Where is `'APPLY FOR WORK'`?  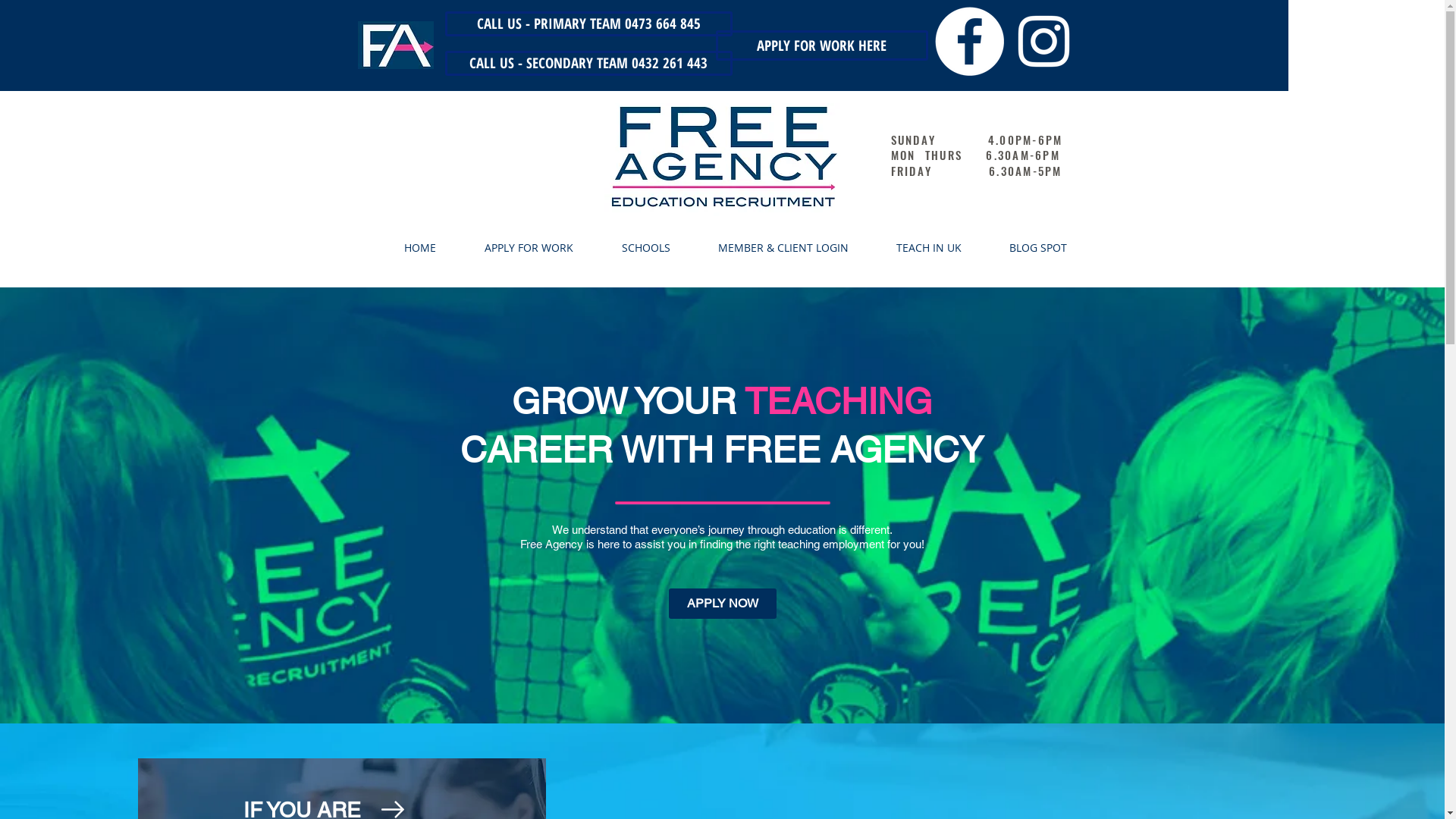 'APPLY FOR WORK' is located at coordinates (447, 246).